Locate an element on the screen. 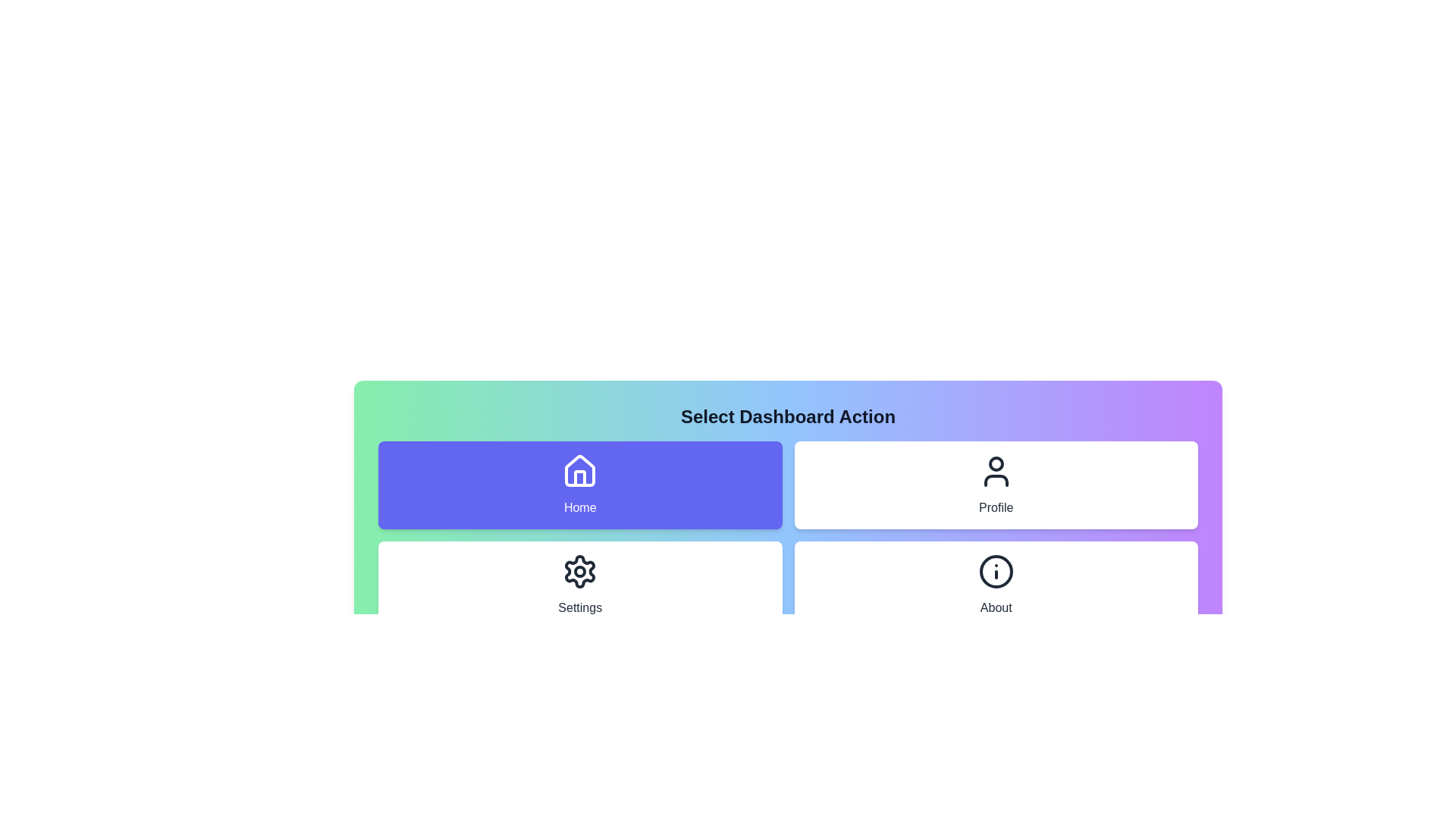 Image resolution: width=1456 pixels, height=819 pixels. the Profile button to observe its visual effect is located at coordinates (996, 485).